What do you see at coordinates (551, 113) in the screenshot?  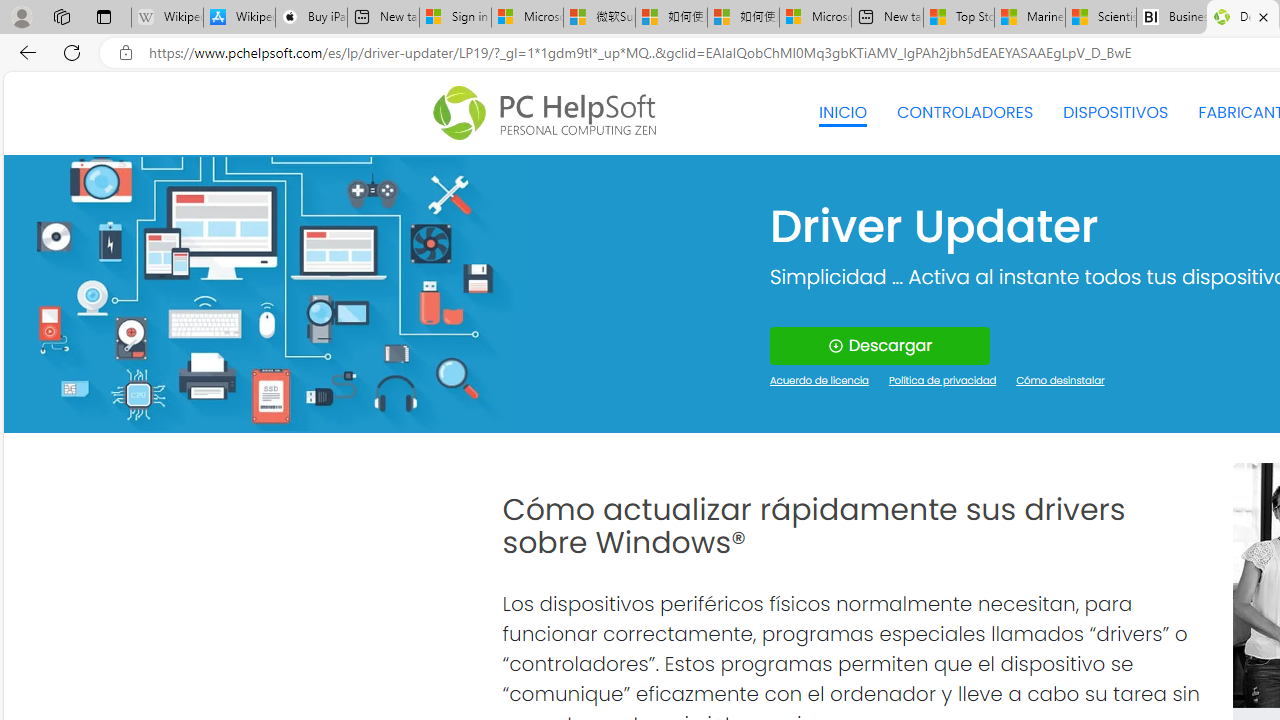 I see `'Logo Personal Computing'` at bounding box center [551, 113].